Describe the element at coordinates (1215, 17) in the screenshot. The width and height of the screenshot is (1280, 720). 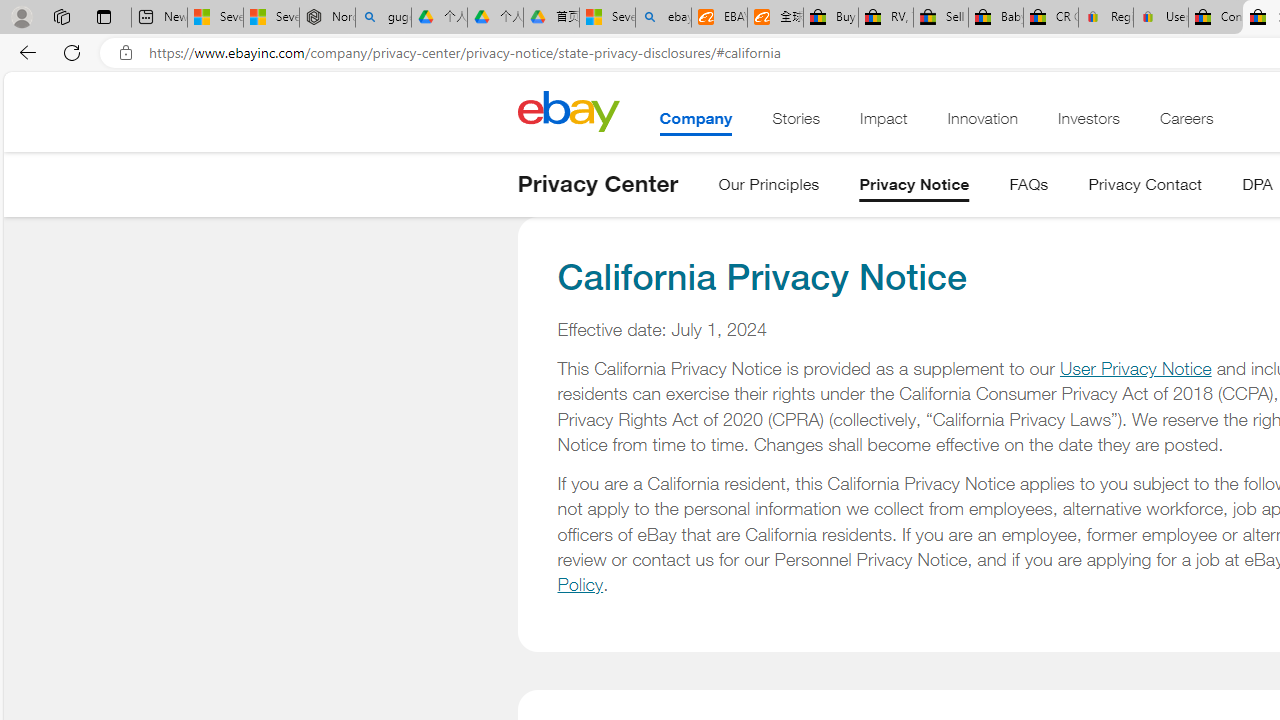
I see `'Consumer Health Data Privacy Policy - eBay Inc.'` at that location.